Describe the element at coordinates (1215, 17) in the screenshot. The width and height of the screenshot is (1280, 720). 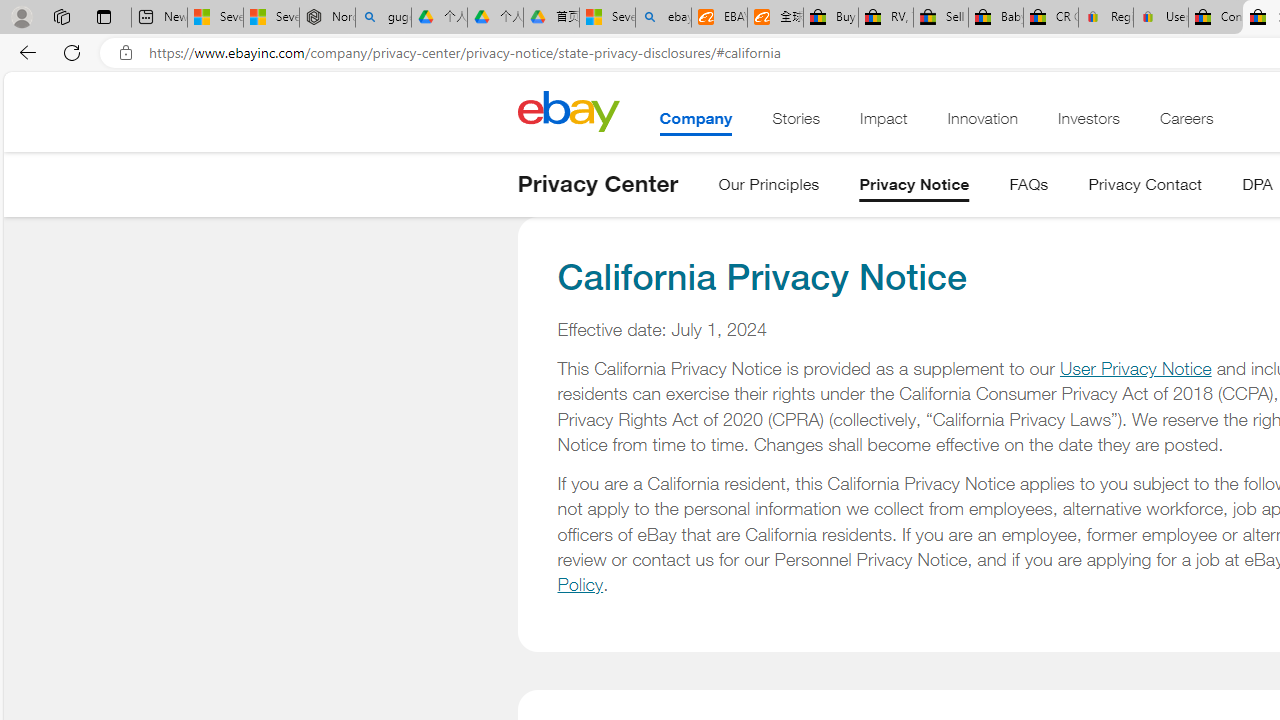
I see `'Consumer Health Data Privacy Policy - eBay Inc.'` at that location.